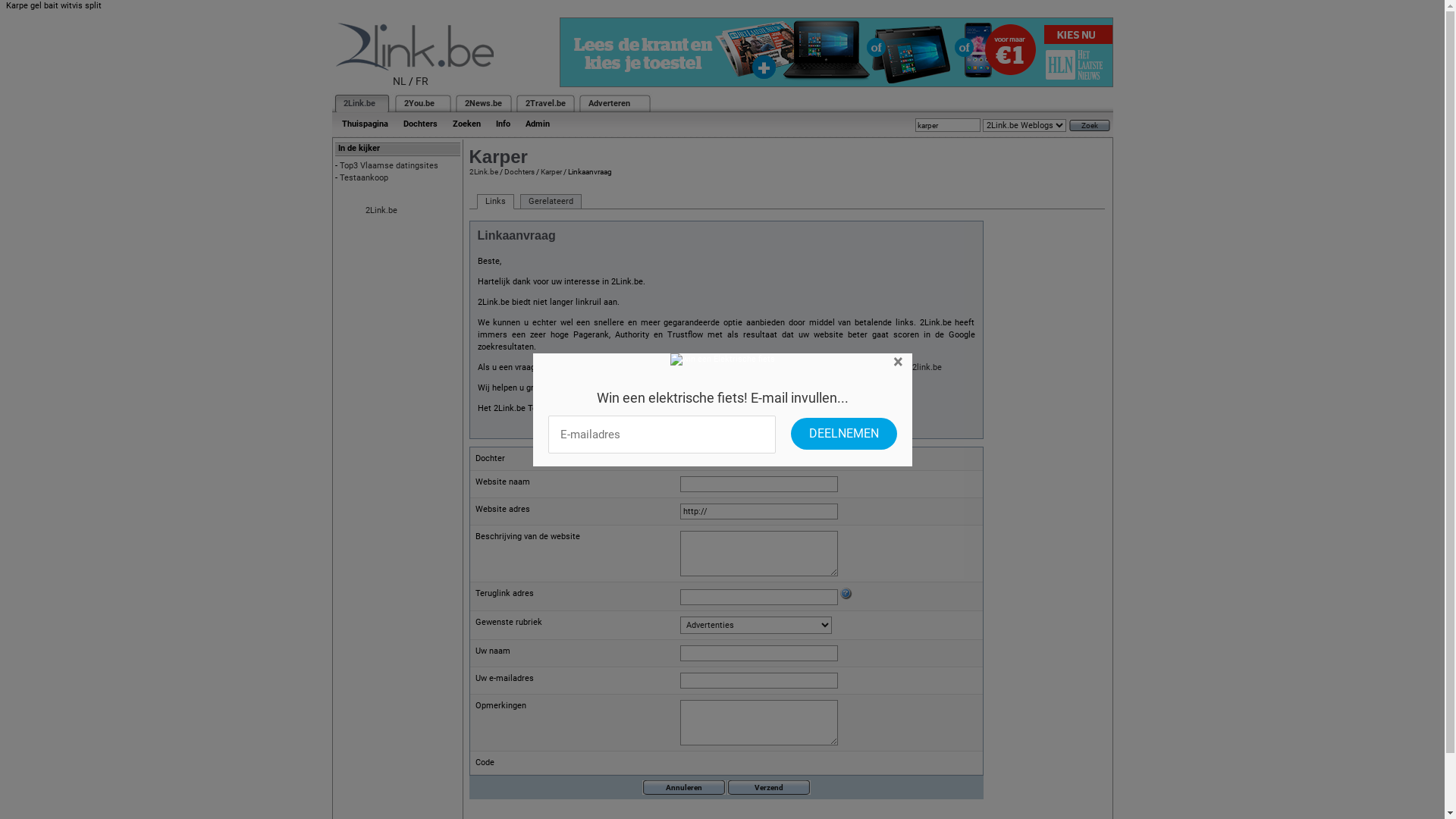  I want to click on '2Travel.be', so click(544, 102).